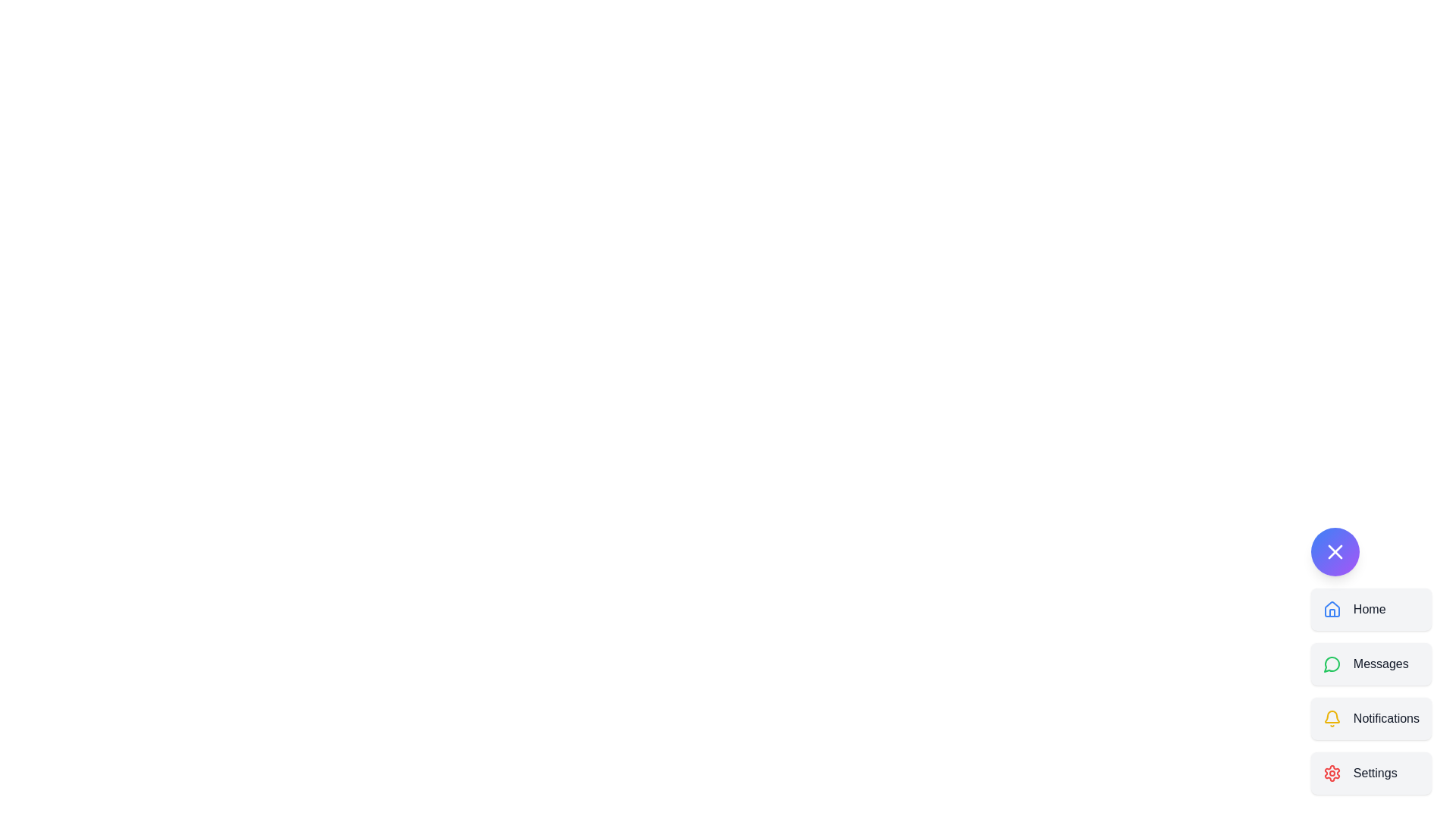 This screenshot has width=1456, height=819. What do you see at coordinates (1371, 608) in the screenshot?
I see `the 'Home' button, which has a light gray background, rounded corners, and is the first item in the vertical list of menu options` at bounding box center [1371, 608].